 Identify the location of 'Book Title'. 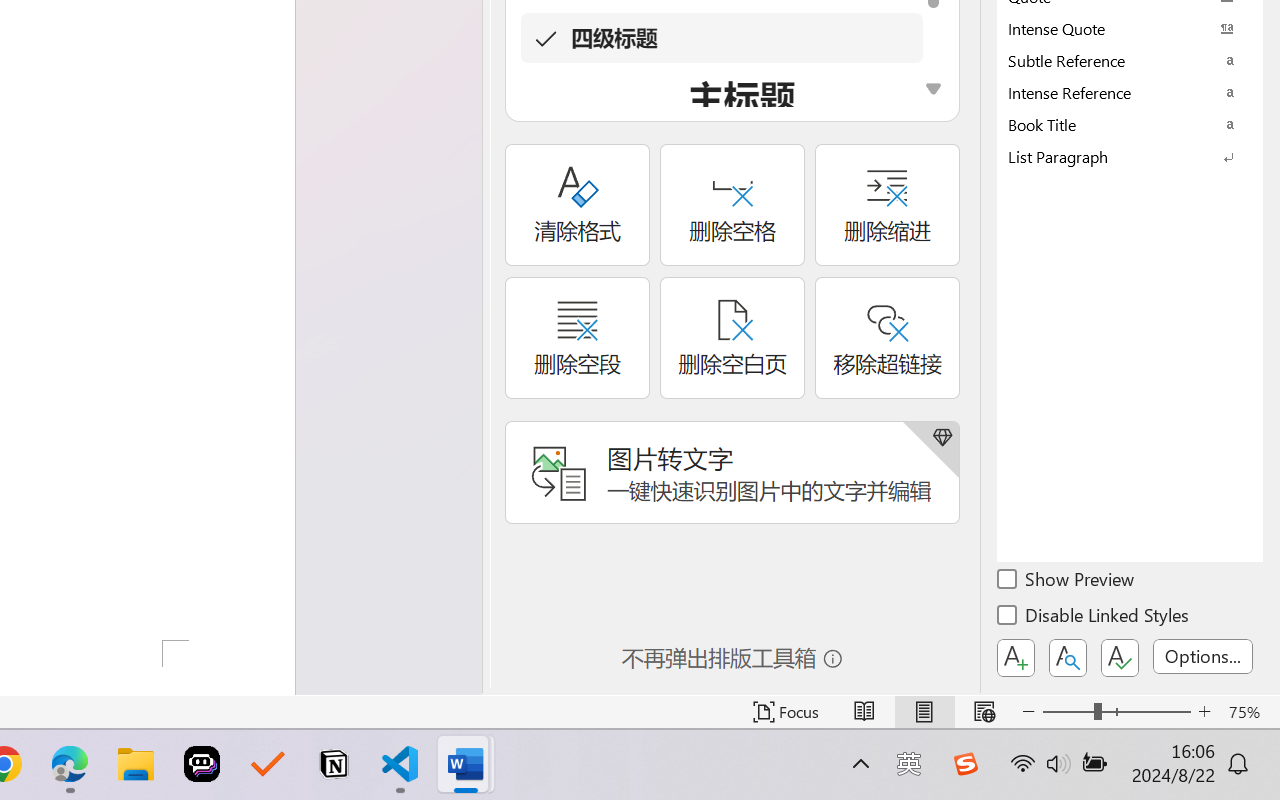
(1130, 123).